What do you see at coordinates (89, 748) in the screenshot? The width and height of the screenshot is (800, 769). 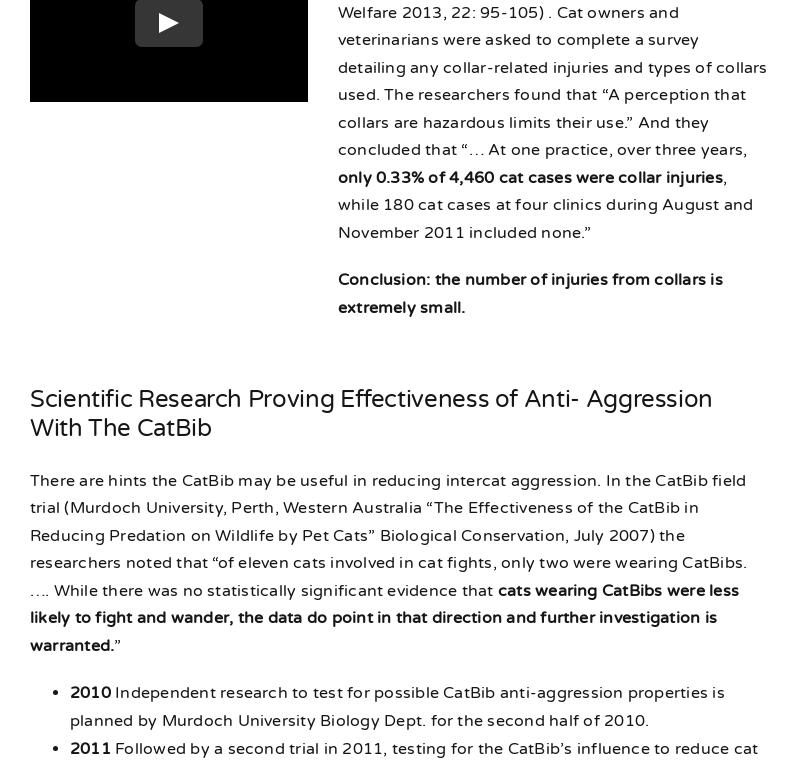 I see `'2011'` at bounding box center [89, 748].